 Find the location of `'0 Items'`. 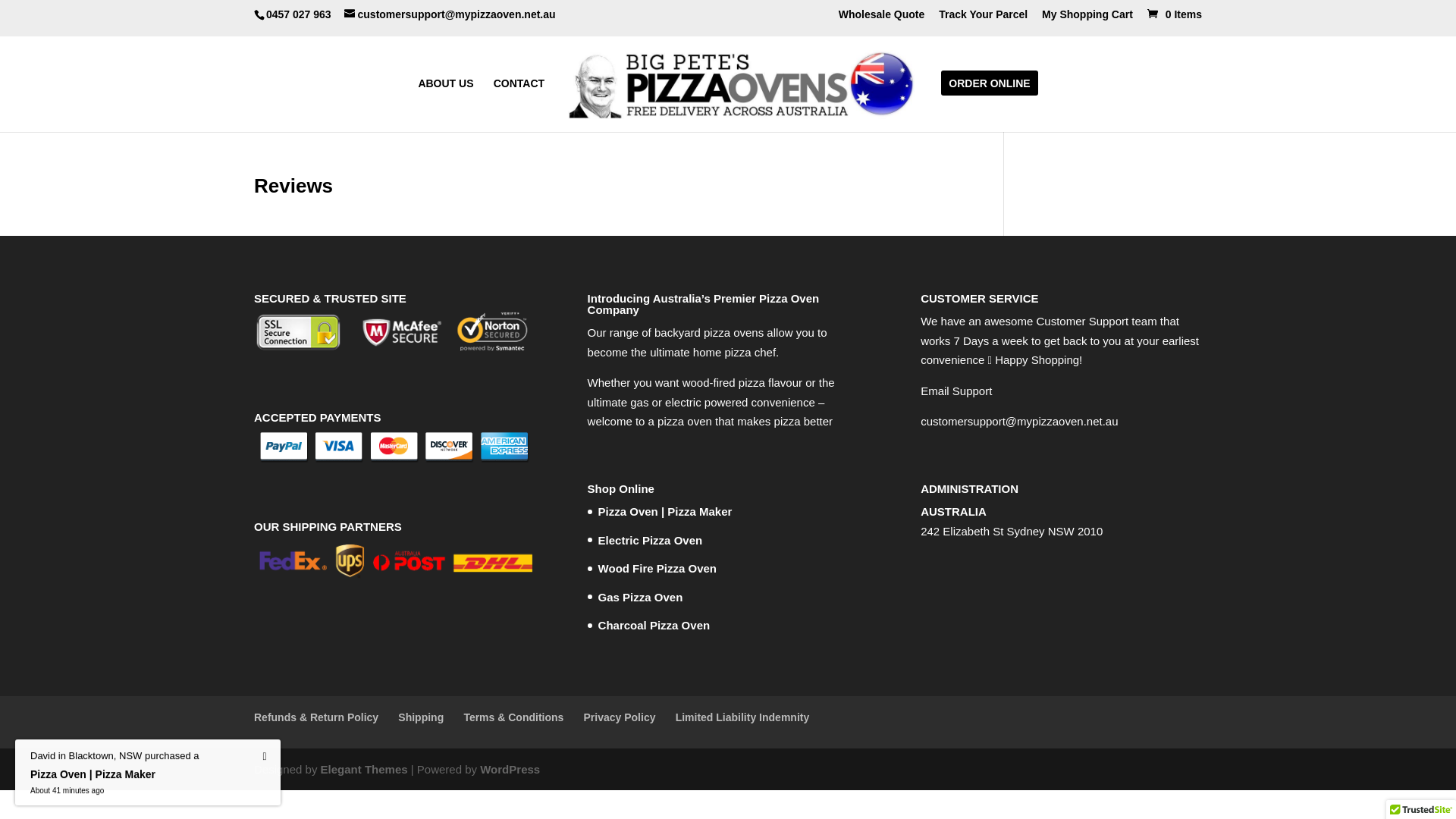

'0 Items' is located at coordinates (1172, 14).